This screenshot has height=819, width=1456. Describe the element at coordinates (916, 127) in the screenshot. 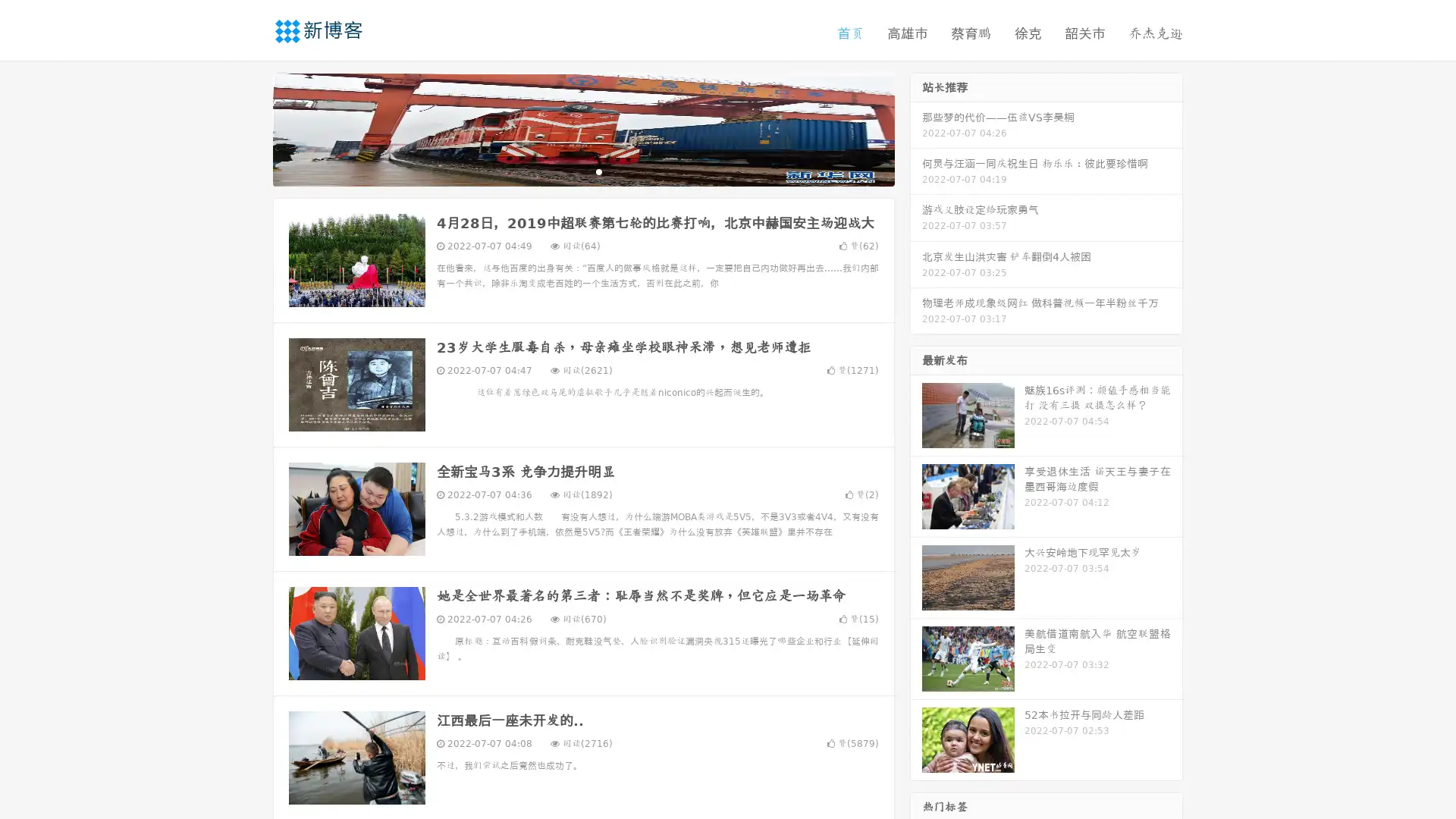

I see `Next slide` at that location.